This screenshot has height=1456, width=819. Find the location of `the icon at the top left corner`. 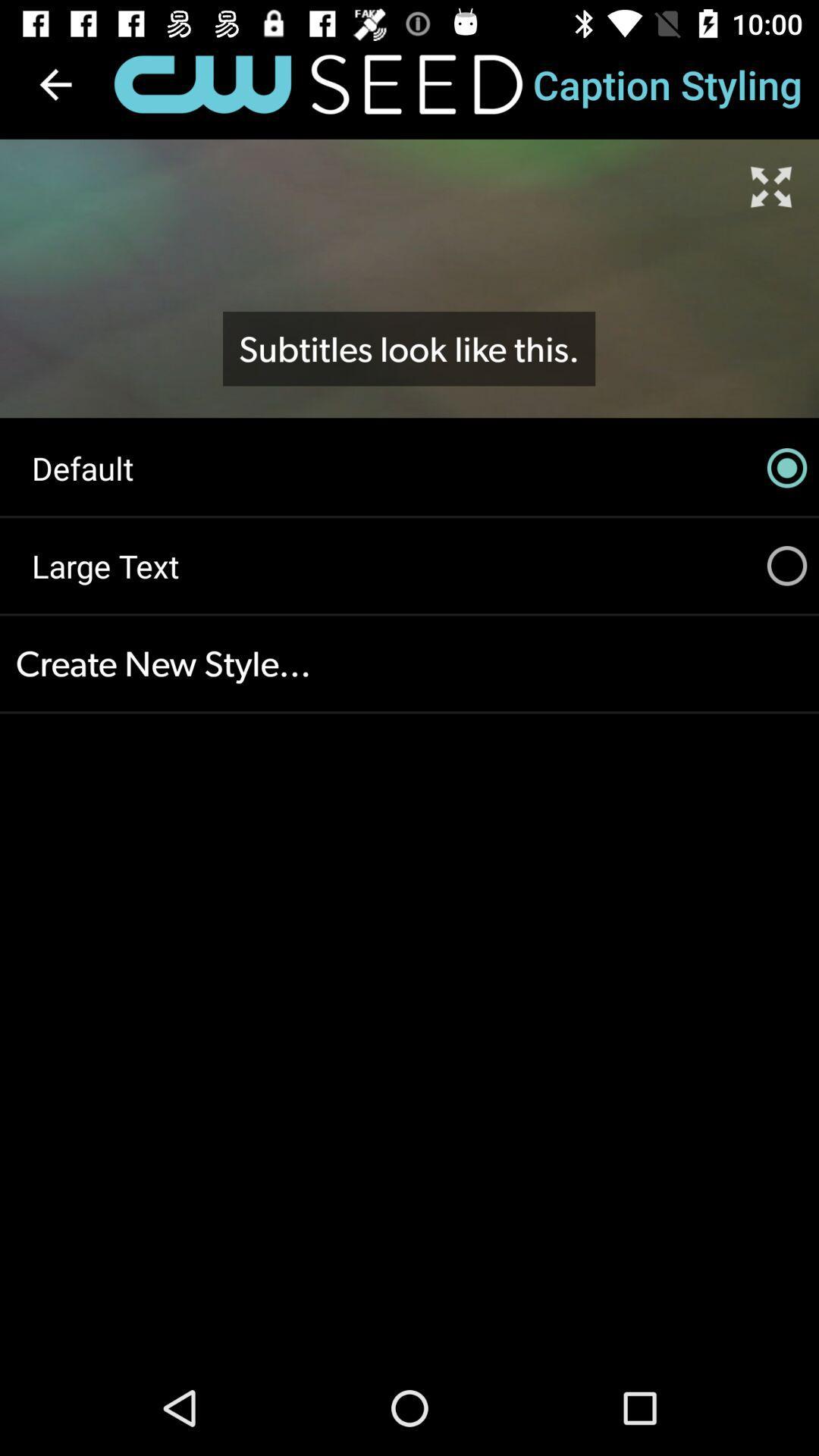

the icon at the top left corner is located at coordinates (55, 83).